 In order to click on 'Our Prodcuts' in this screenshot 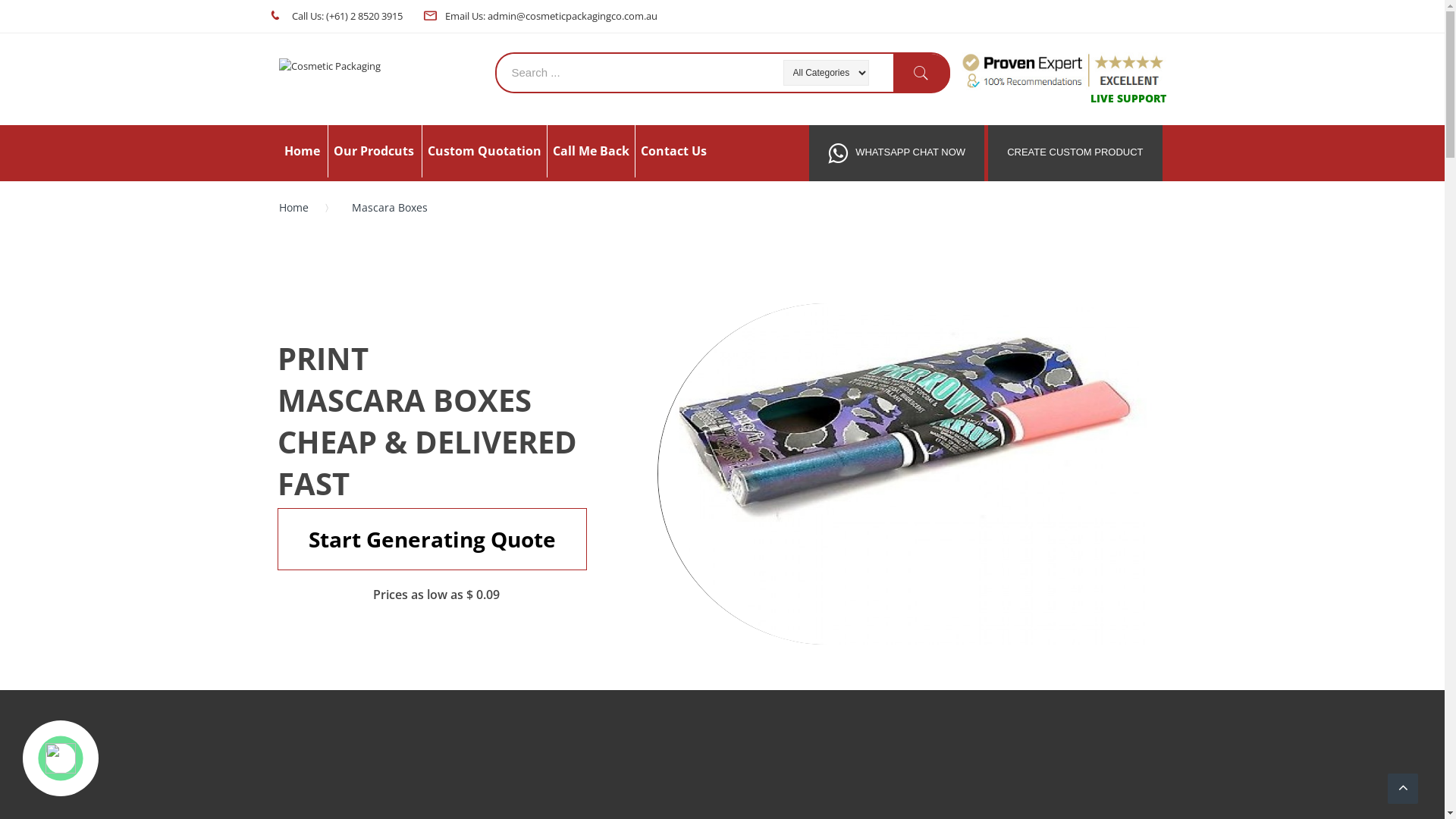, I will do `click(373, 151)`.